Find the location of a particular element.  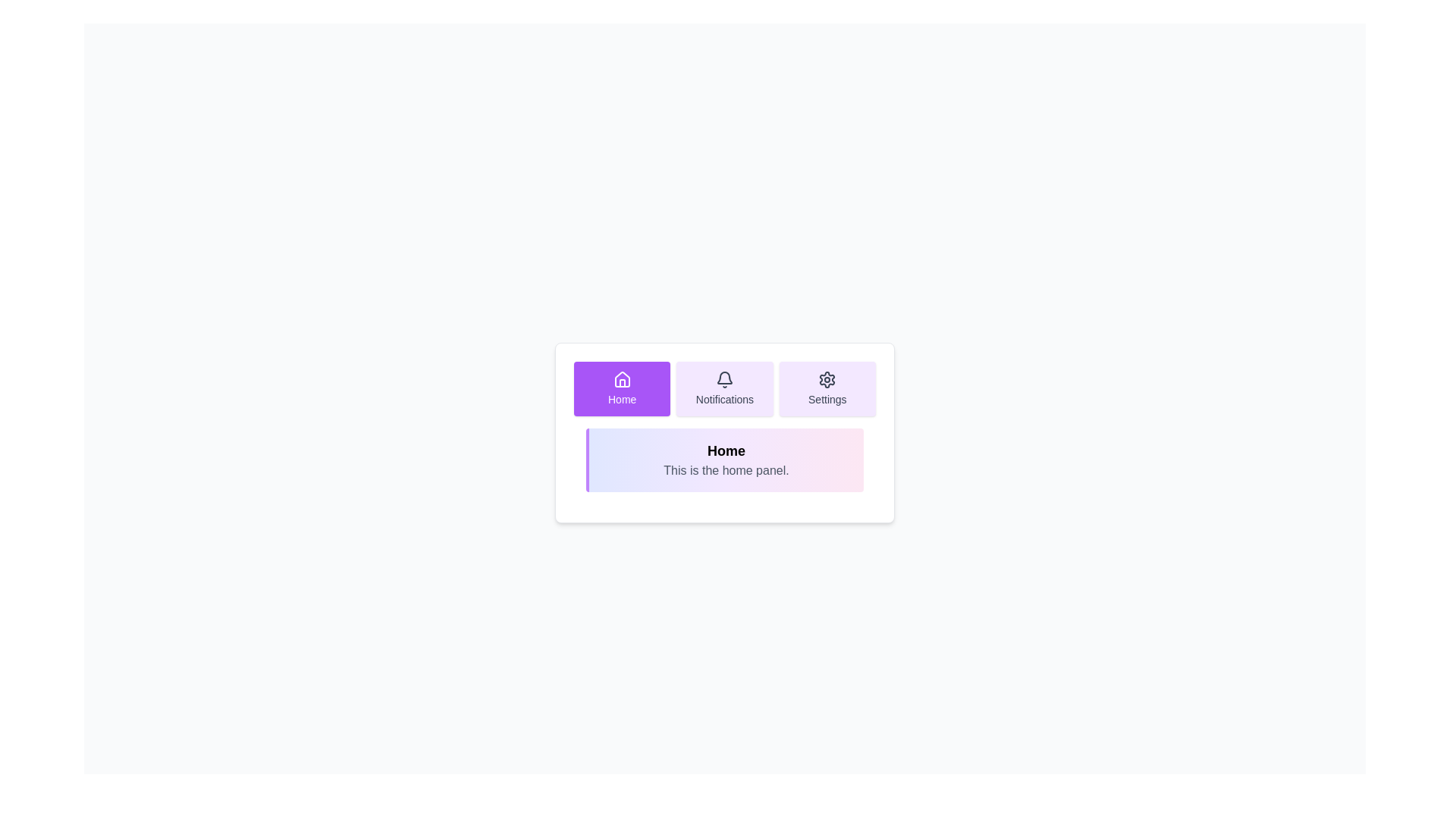

the house icon which contains the door element, represented as a vertical segment within the SVG graphic is located at coordinates (622, 382).